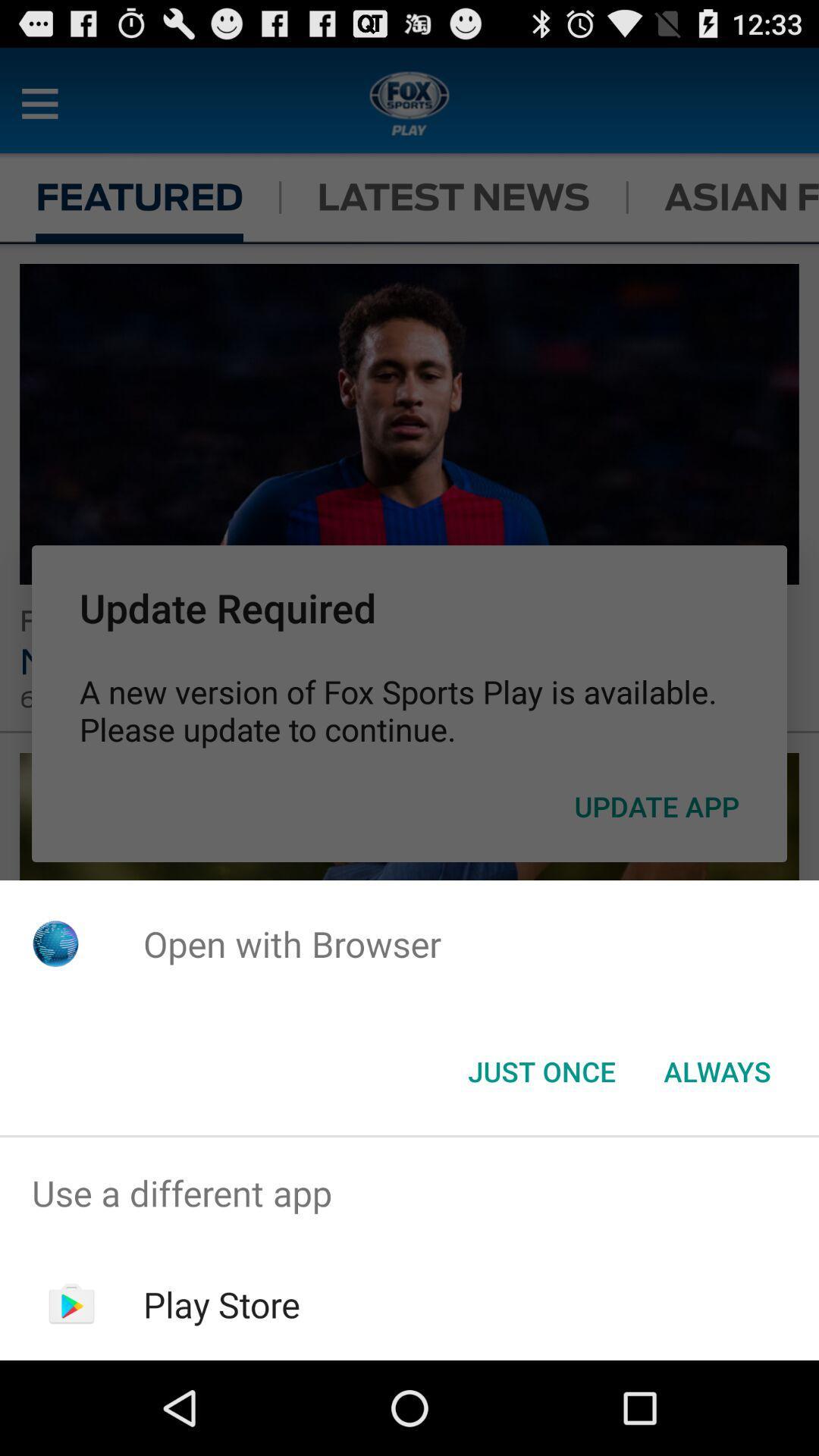 This screenshot has height=1456, width=819. What do you see at coordinates (717, 1070) in the screenshot?
I see `the button next to the just once item` at bounding box center [717, 1070].